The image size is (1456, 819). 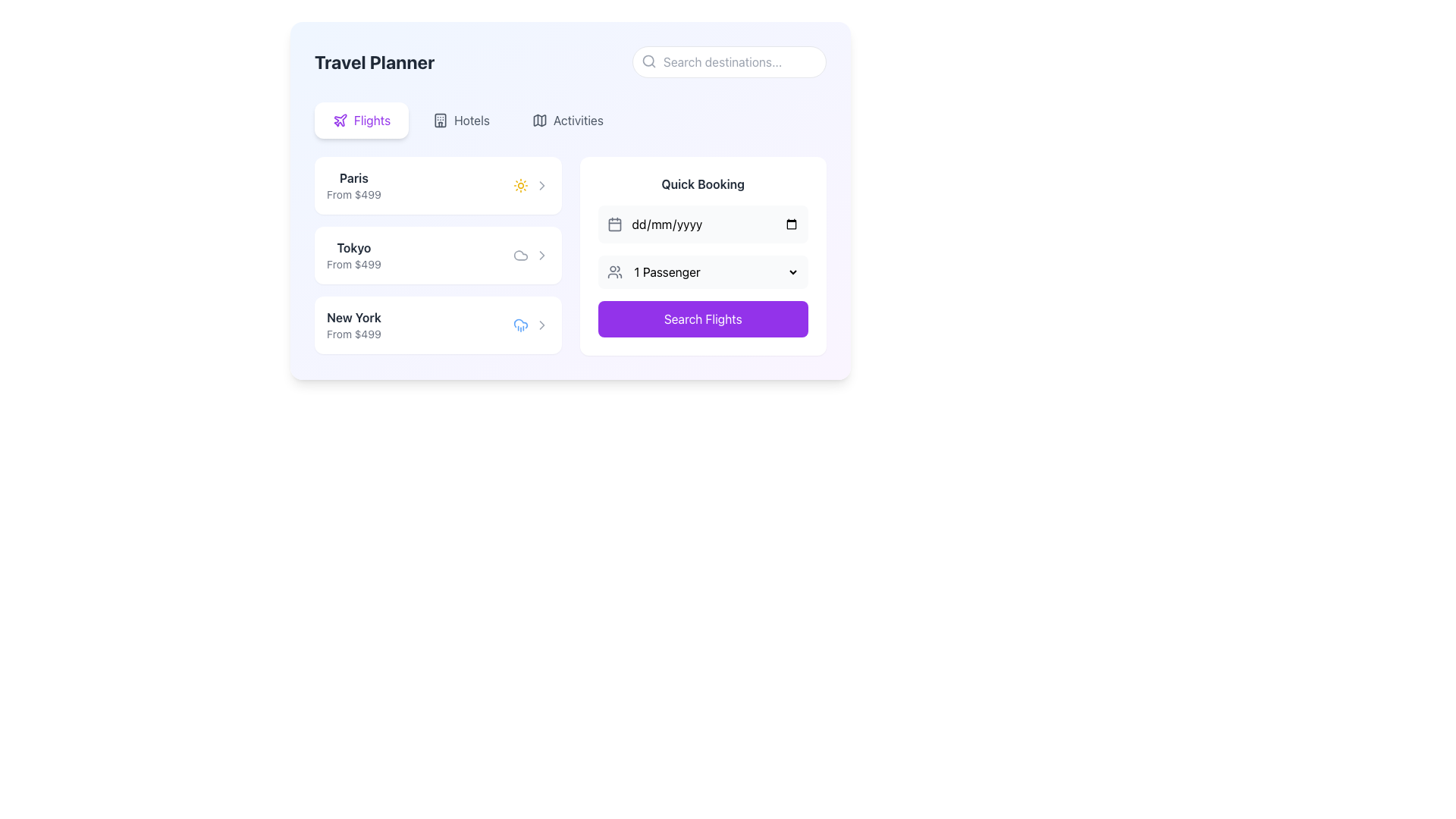 What do you see at coordinates (714, 271) in the screenshot?
I see `the Dropdown menu labeled '1 Passenger' in the 'Quick Booking' section by` at bounding box center [714, 271].